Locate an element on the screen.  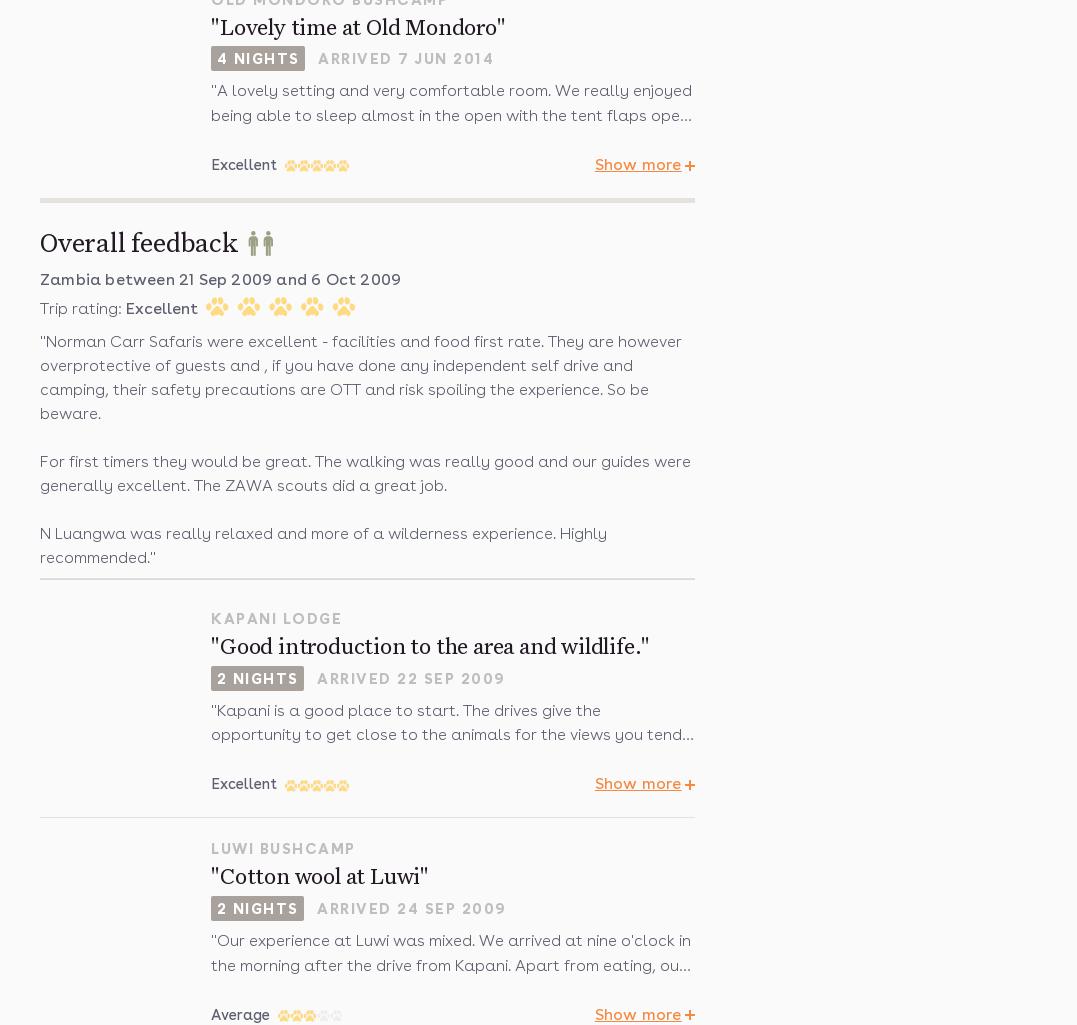
'N Luangwa was really relaxed and more of a wilderness experience. Highly recommended."' is located at coordinates (323, 543).